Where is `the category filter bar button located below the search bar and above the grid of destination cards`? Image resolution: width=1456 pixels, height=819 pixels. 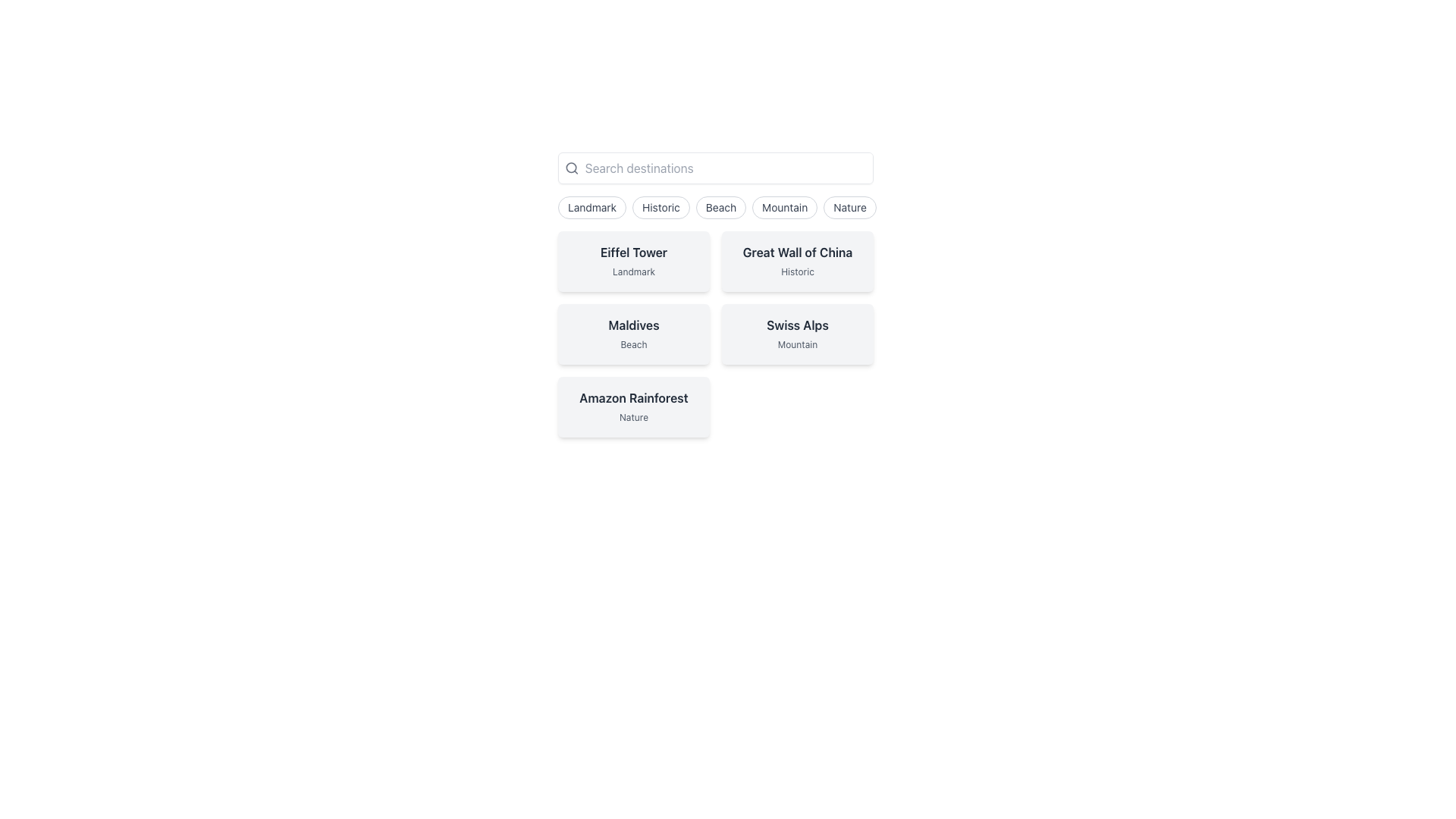
the category filter bar button located below the search bar and above the grid of destination cards is located at coordinates (715, 207).